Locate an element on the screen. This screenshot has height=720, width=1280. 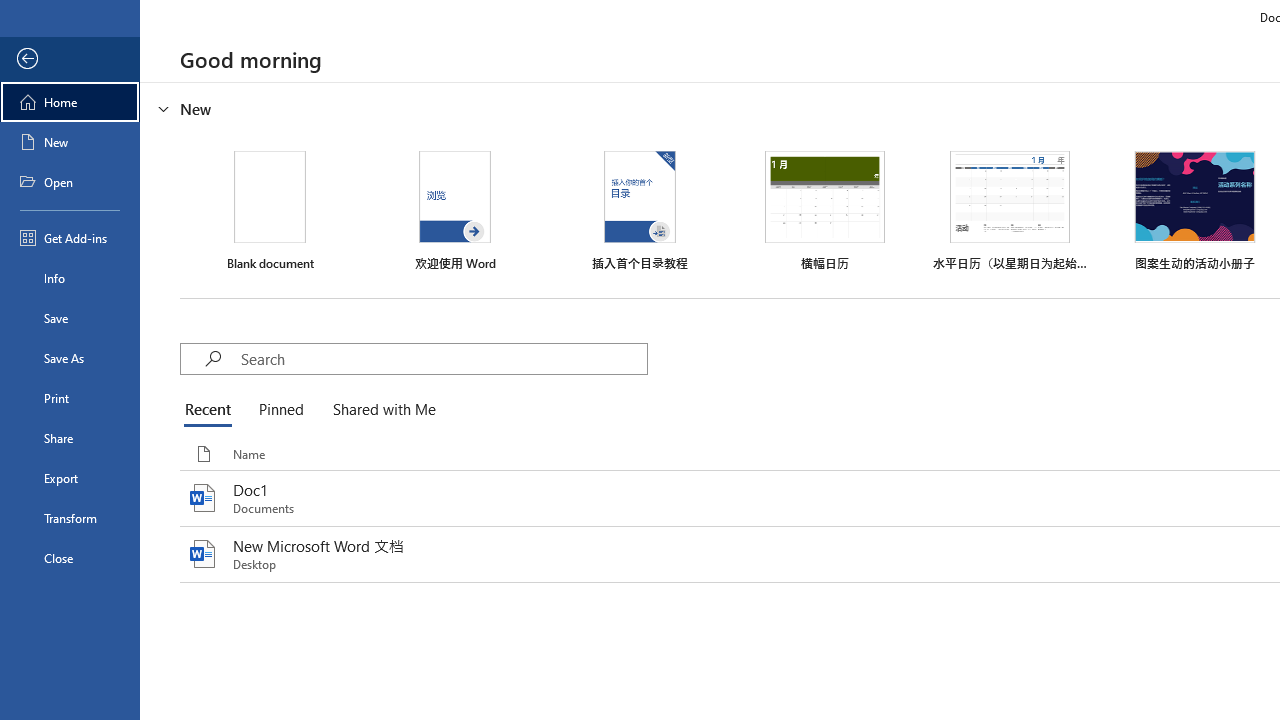
'Get Add-ins' is located at coordinates (69, 236).